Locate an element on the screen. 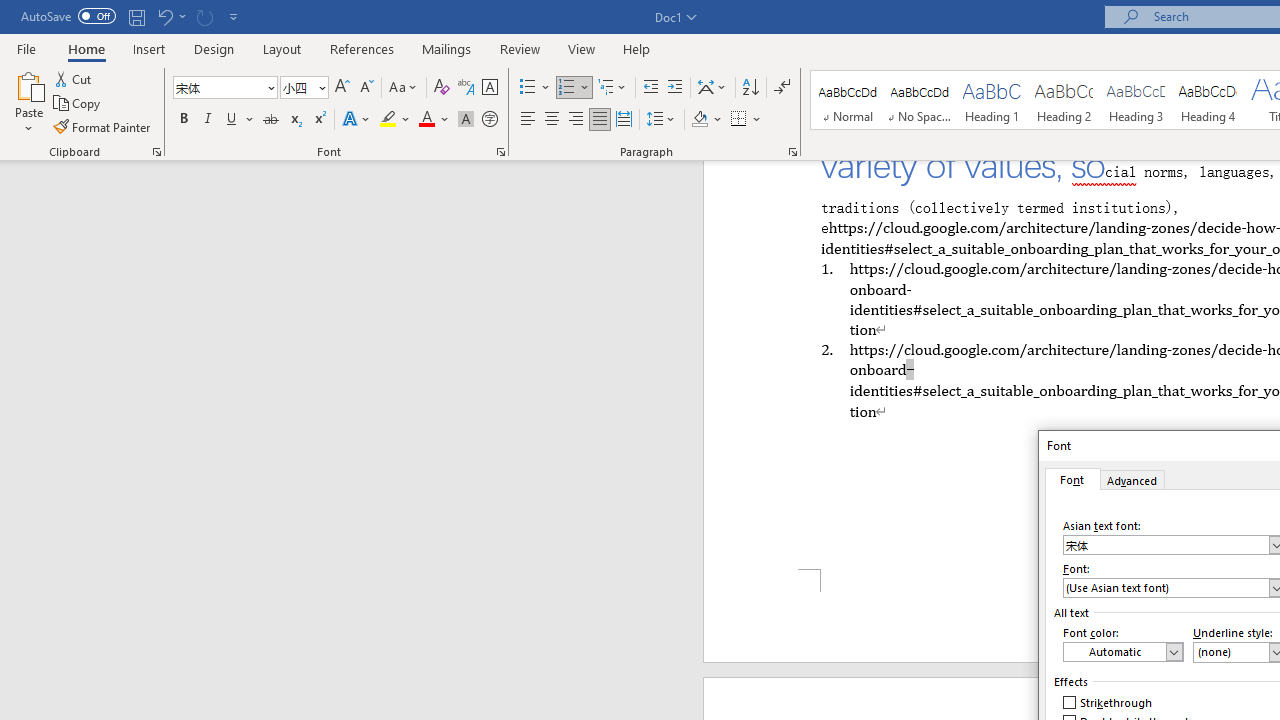 The width and height of the screenshot is (1280, 720). 'Heading 3' is located at coordinates (1136, 100).